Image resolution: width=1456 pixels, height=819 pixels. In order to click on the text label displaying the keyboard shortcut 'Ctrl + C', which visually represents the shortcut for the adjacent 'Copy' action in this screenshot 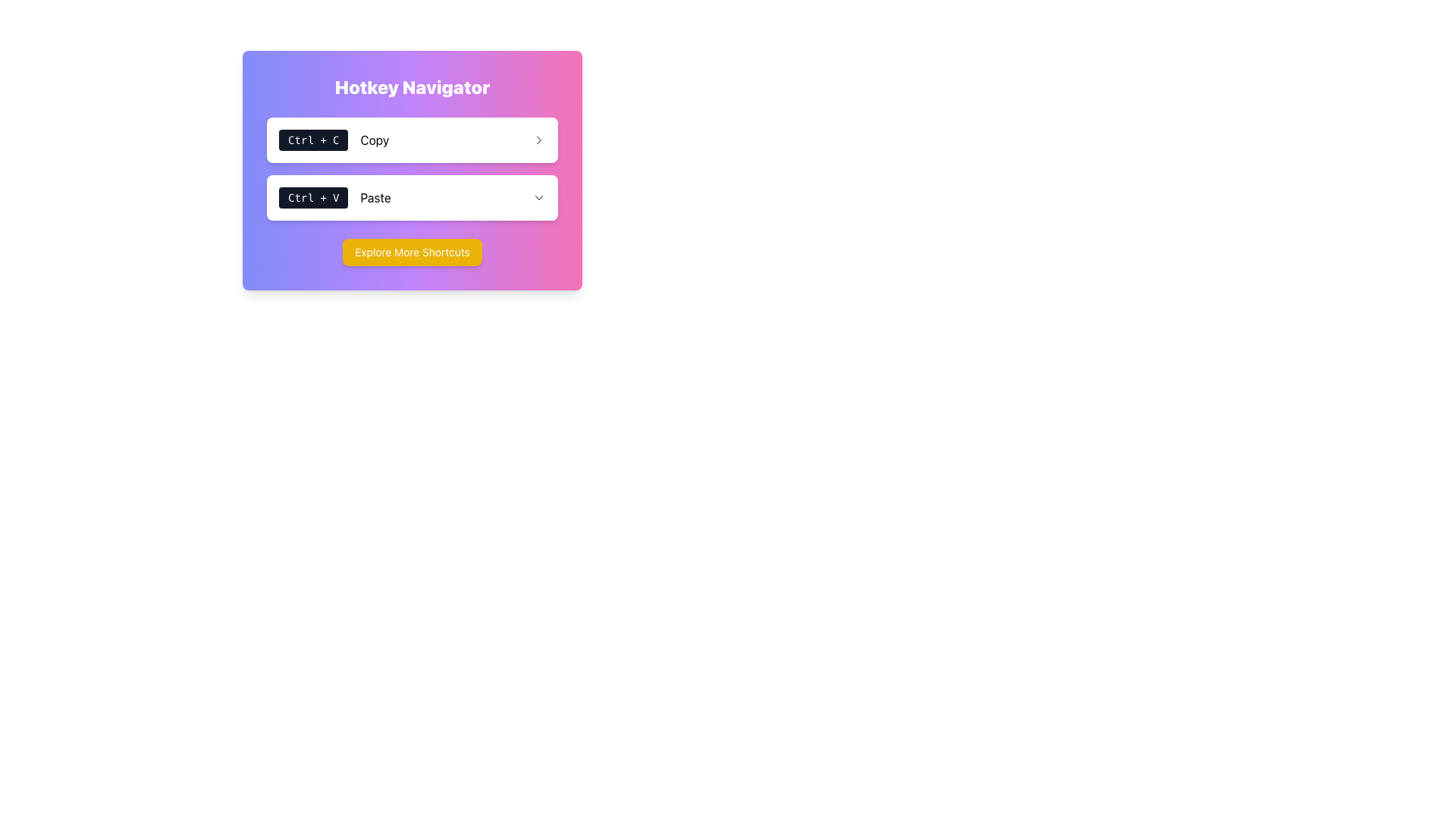, I will do `click(312, 140)`.